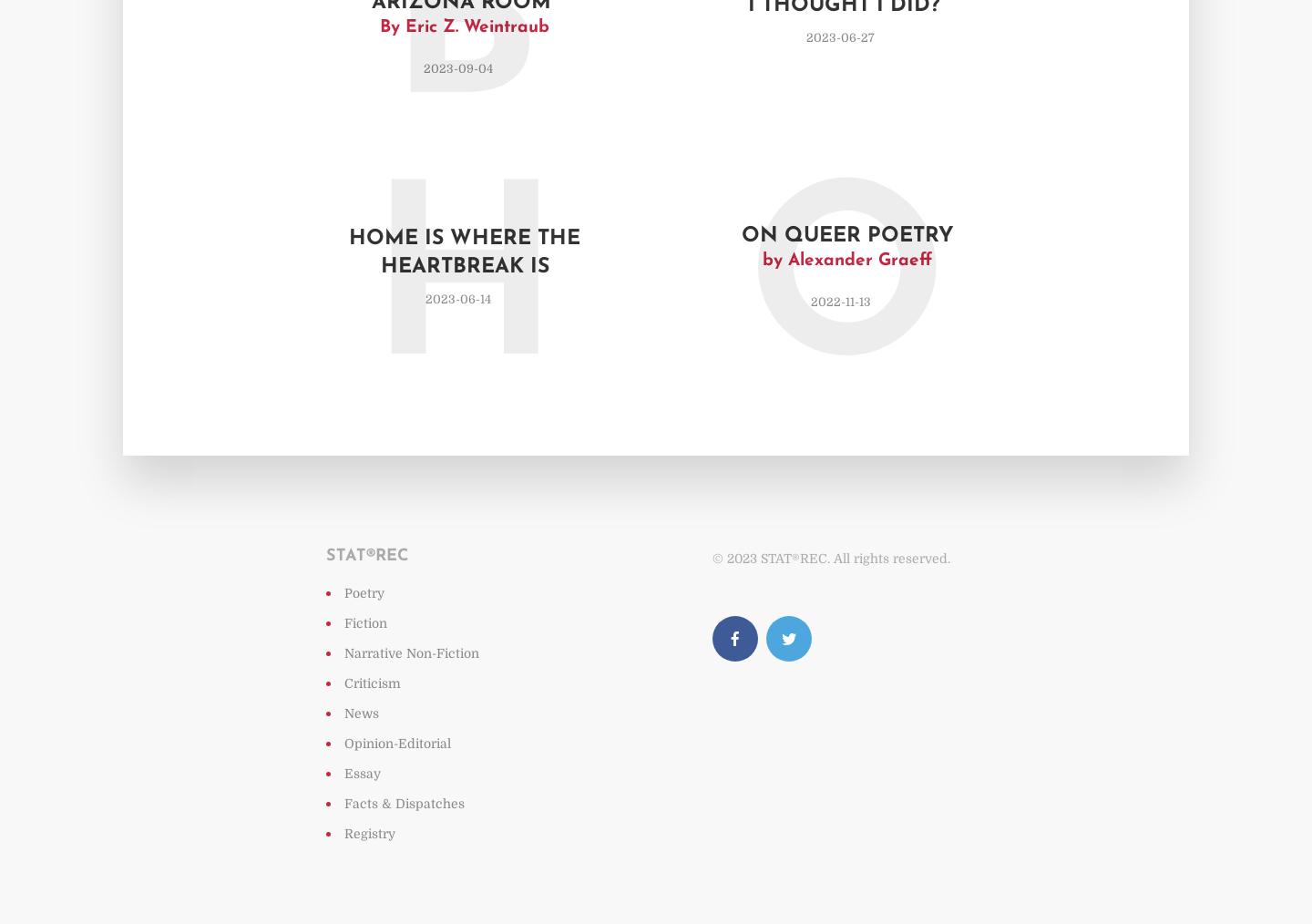 The height and width of the screenshot is (924, 1312). What do you see at coordinates (464, 252) in the screenshot?
I see `'Home Is Where the Heartbreak Is'` at bounding box center [464, 252].